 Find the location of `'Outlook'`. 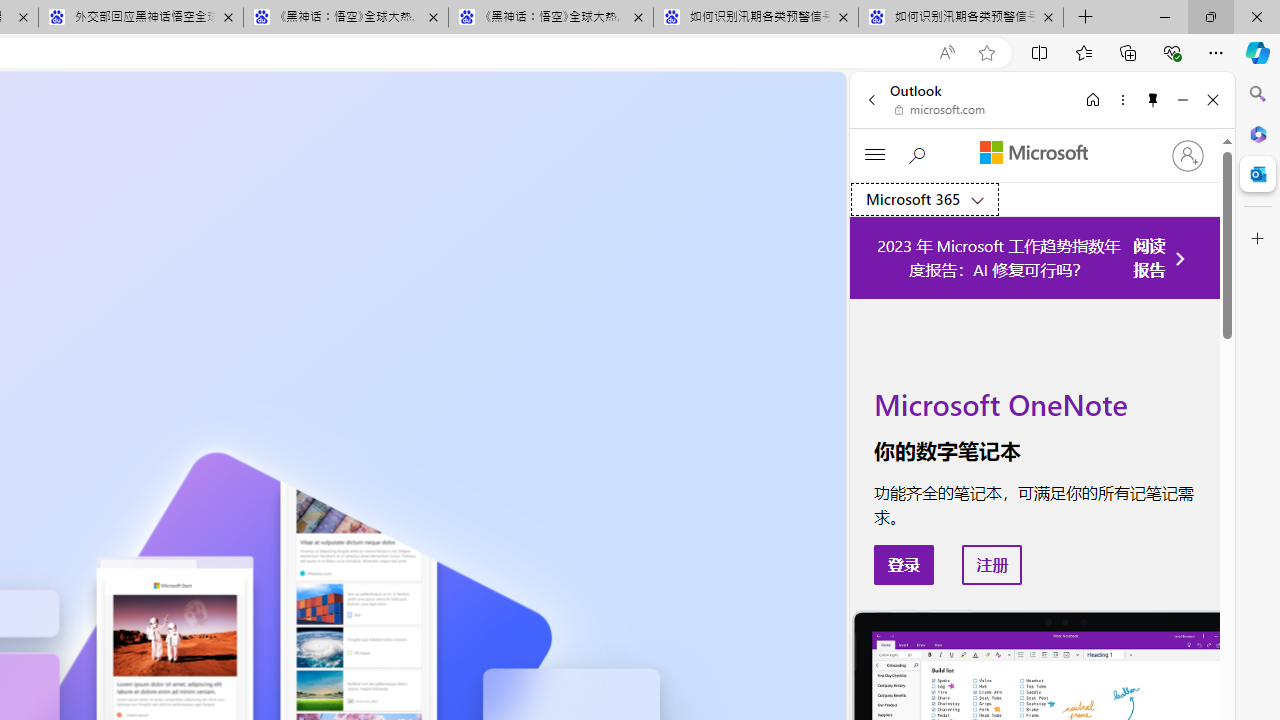

'Outlook' is located at coordinates (1257, 173).